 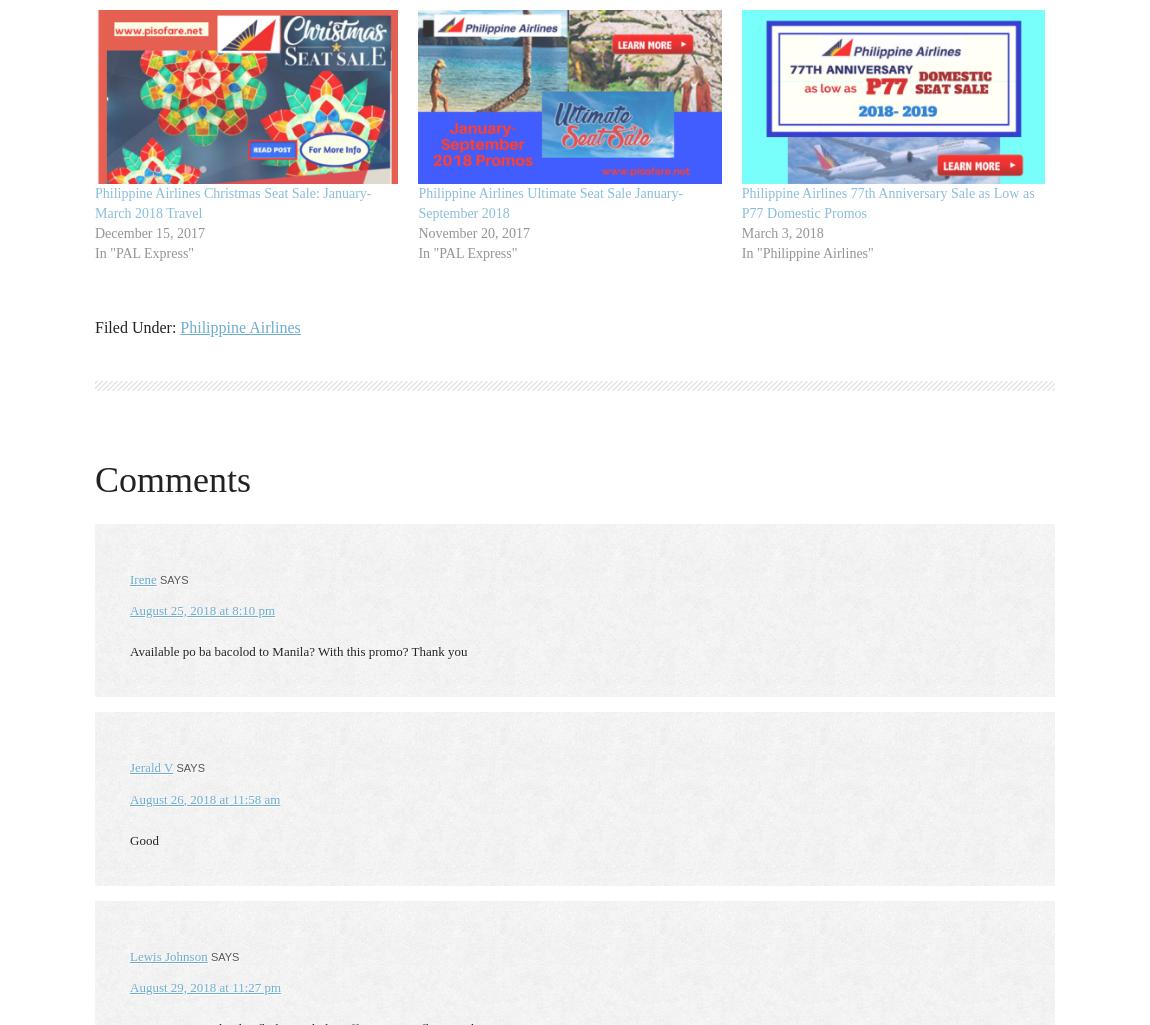 I want to click on 'Good', so click(x=142, y=839).